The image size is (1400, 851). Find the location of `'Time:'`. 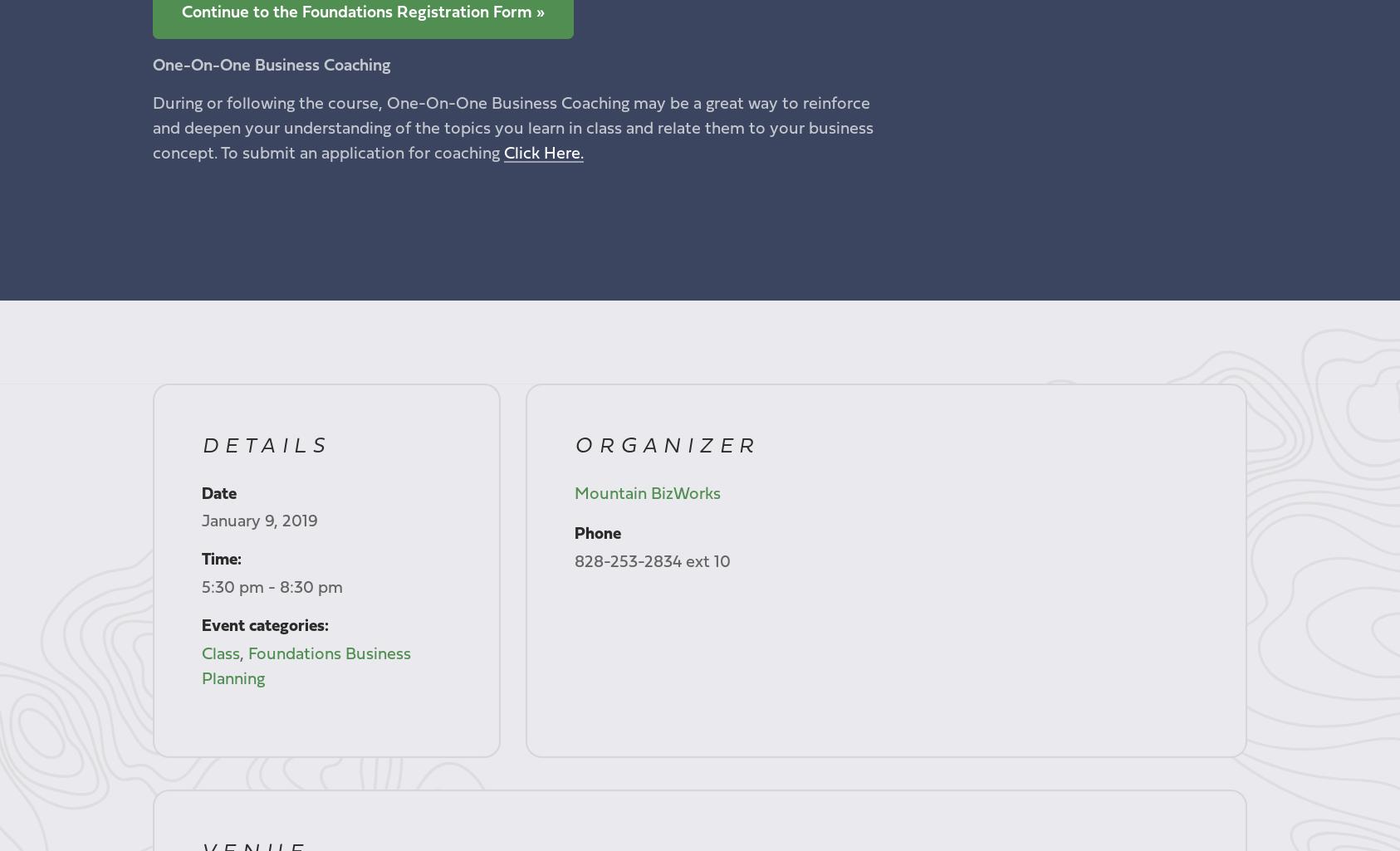

'Time:' is located at coordinates (200, 560).